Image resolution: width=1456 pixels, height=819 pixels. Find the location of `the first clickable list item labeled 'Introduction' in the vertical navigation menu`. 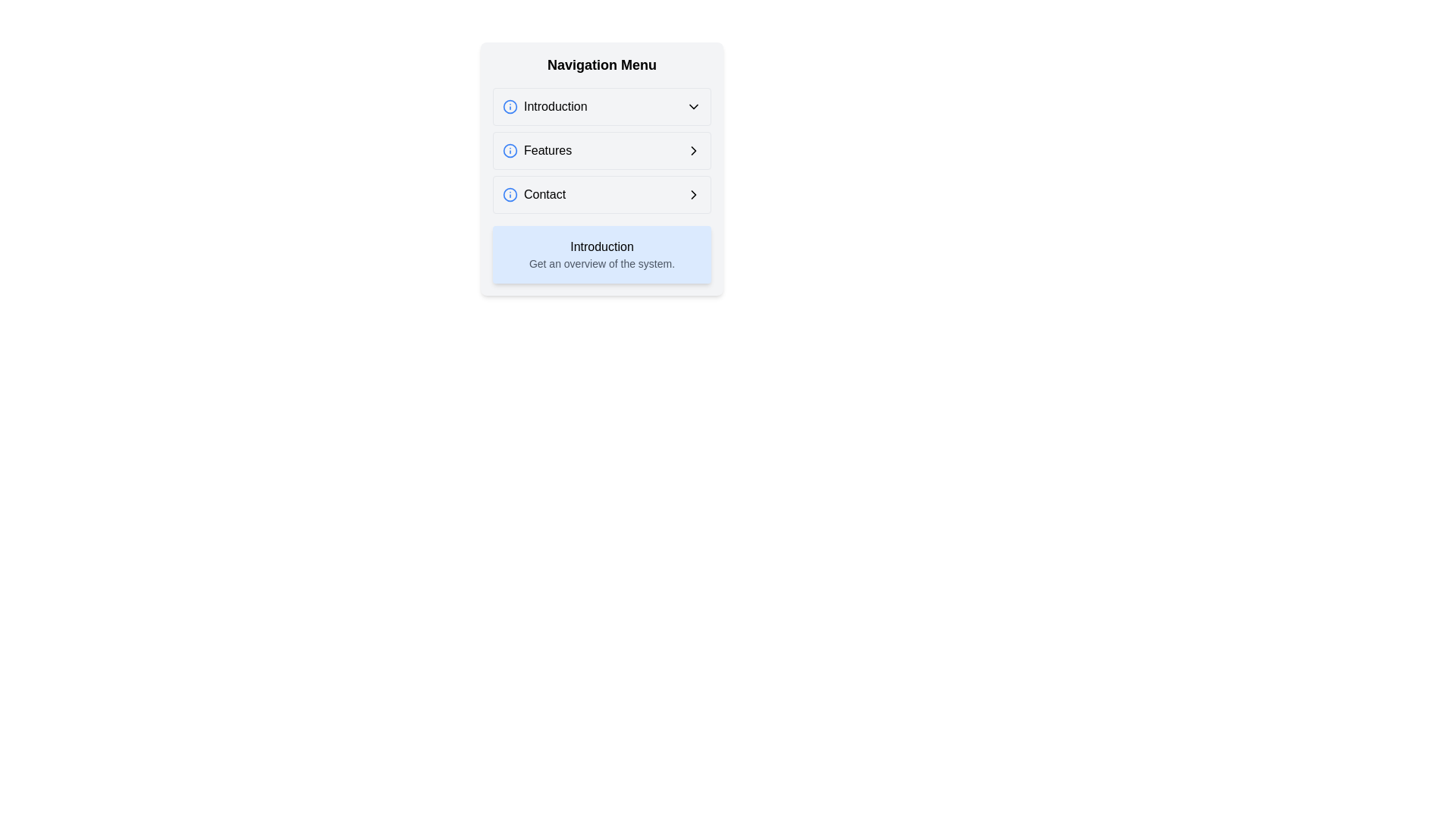

the first clickable list item labeled 'Introduction' in the vertical navigation menu is located at coordinates (601, 106).